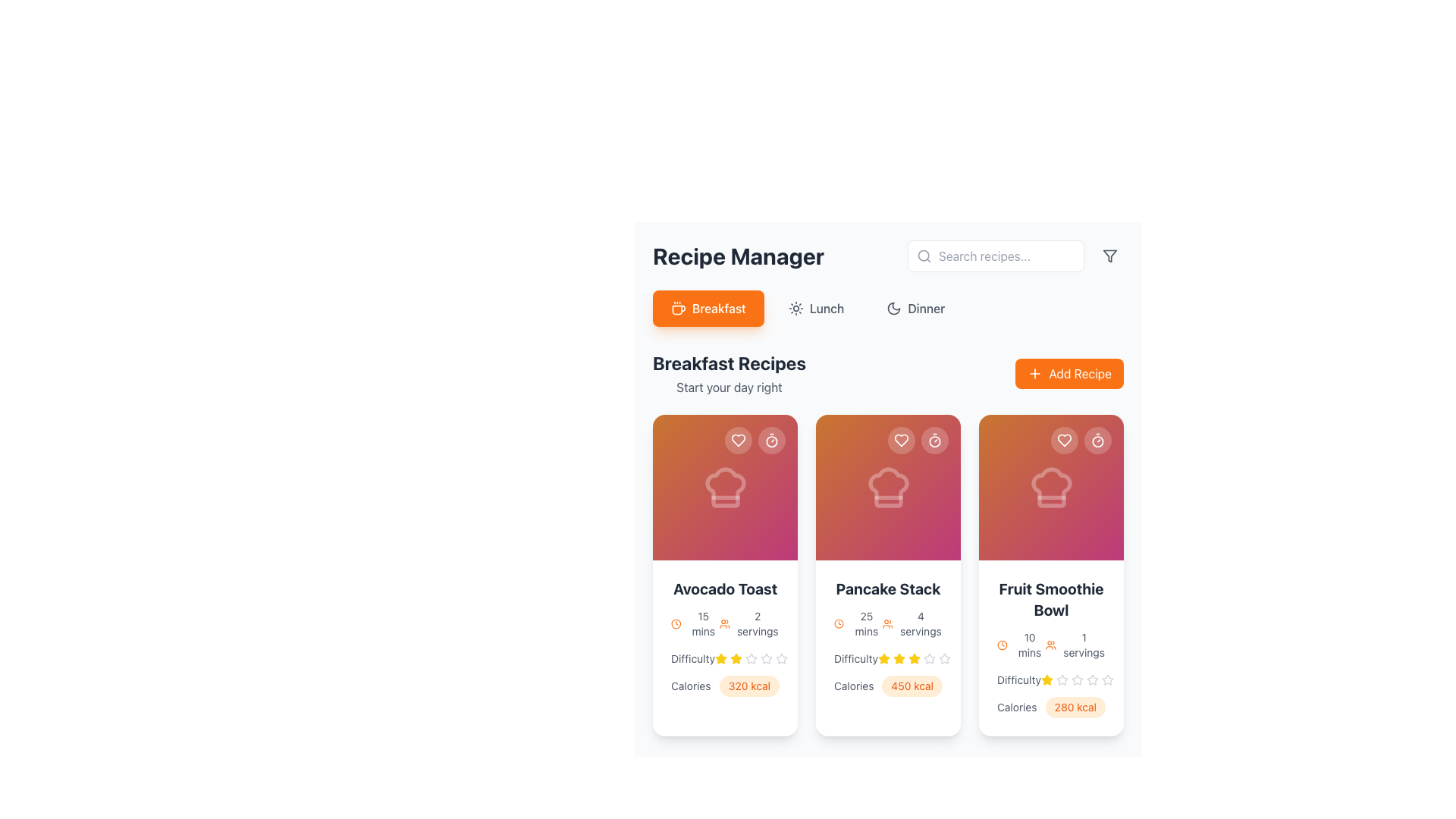 This screenshot has height=819, width=1456. I want to click on the informational label indicating the caloric value of the 'Pancake Stack' recipe, so click(888, 686).